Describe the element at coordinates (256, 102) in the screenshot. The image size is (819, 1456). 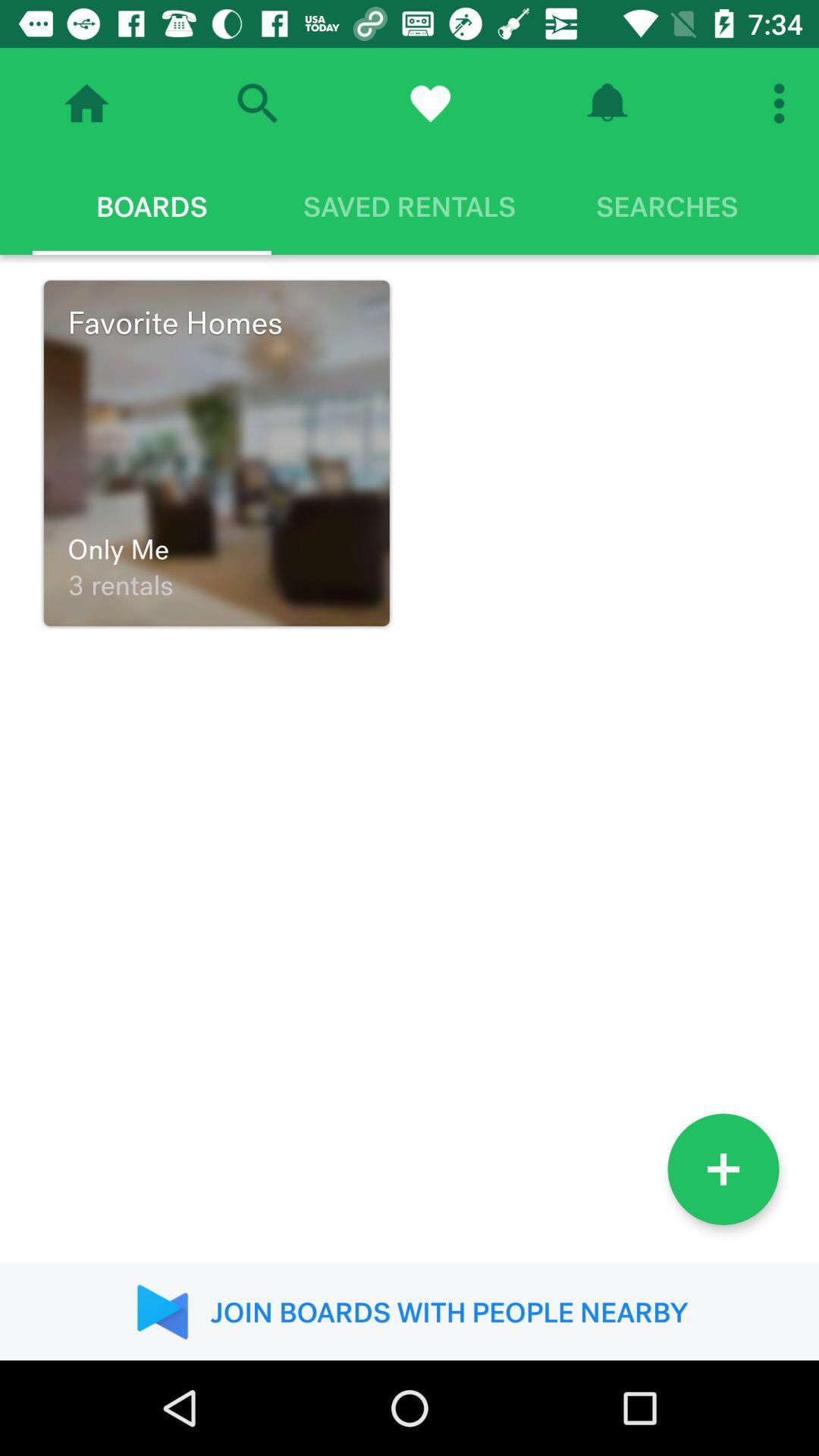
I see `the search icon beside the home icon on the top` at that location.